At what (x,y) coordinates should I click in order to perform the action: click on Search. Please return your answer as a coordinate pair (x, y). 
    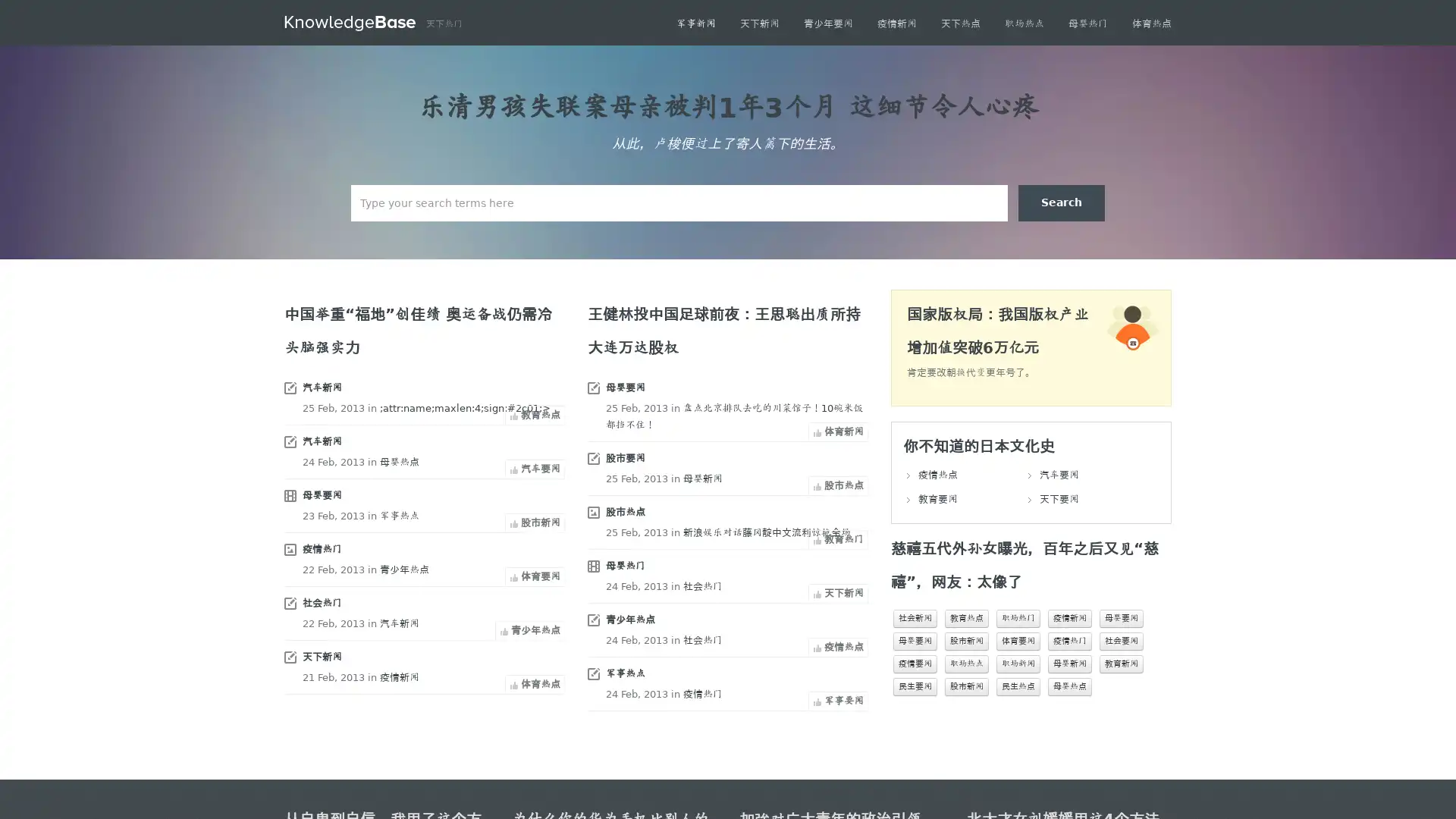
    Looking at the image, I should click on (1061, 202).